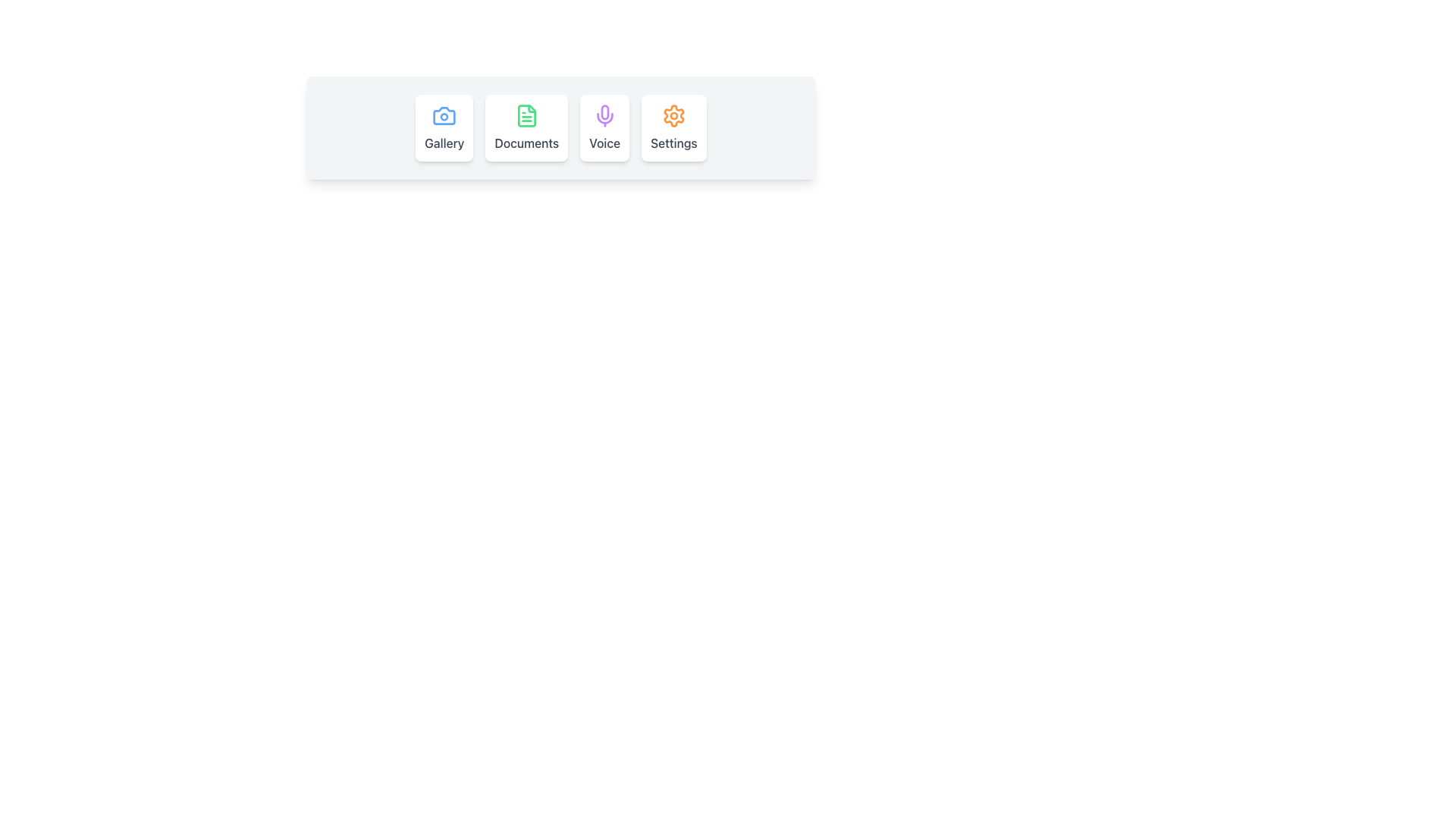 This screenshot has width=1456, height=819. Describe the element at coordinates (526, 143) in the screenshot. I see `text of the label that indicates the title or identifier for the card related to 'Documents', located below the green document icon in the second card from the left` at that location.